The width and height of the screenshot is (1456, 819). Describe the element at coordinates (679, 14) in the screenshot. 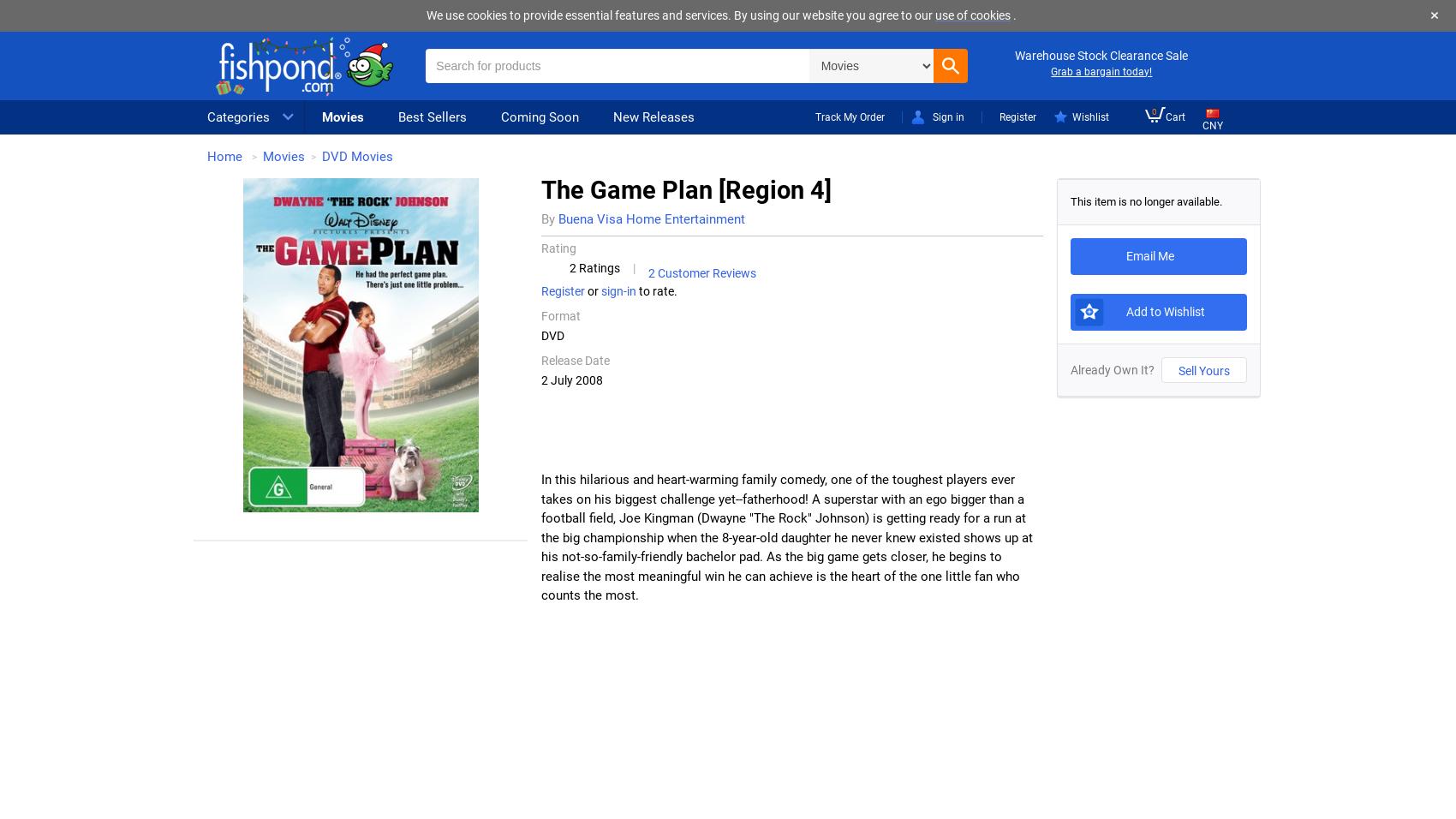

I see `'We use cookies to provide essential features and services. By using our website you agree to our'` at that location.